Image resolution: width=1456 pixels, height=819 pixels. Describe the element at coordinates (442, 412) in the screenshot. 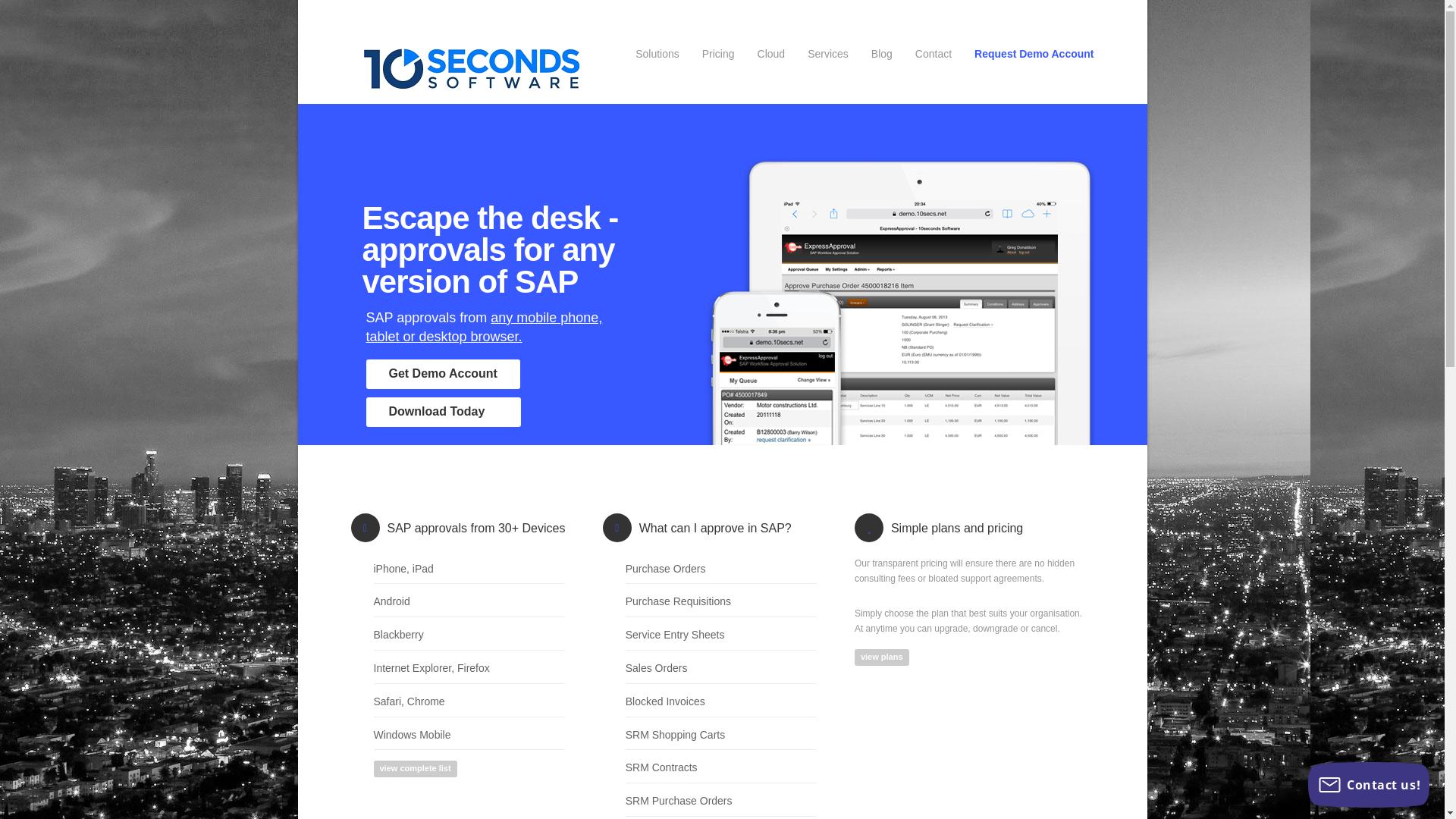

I see `'Download Today    '` at that location.